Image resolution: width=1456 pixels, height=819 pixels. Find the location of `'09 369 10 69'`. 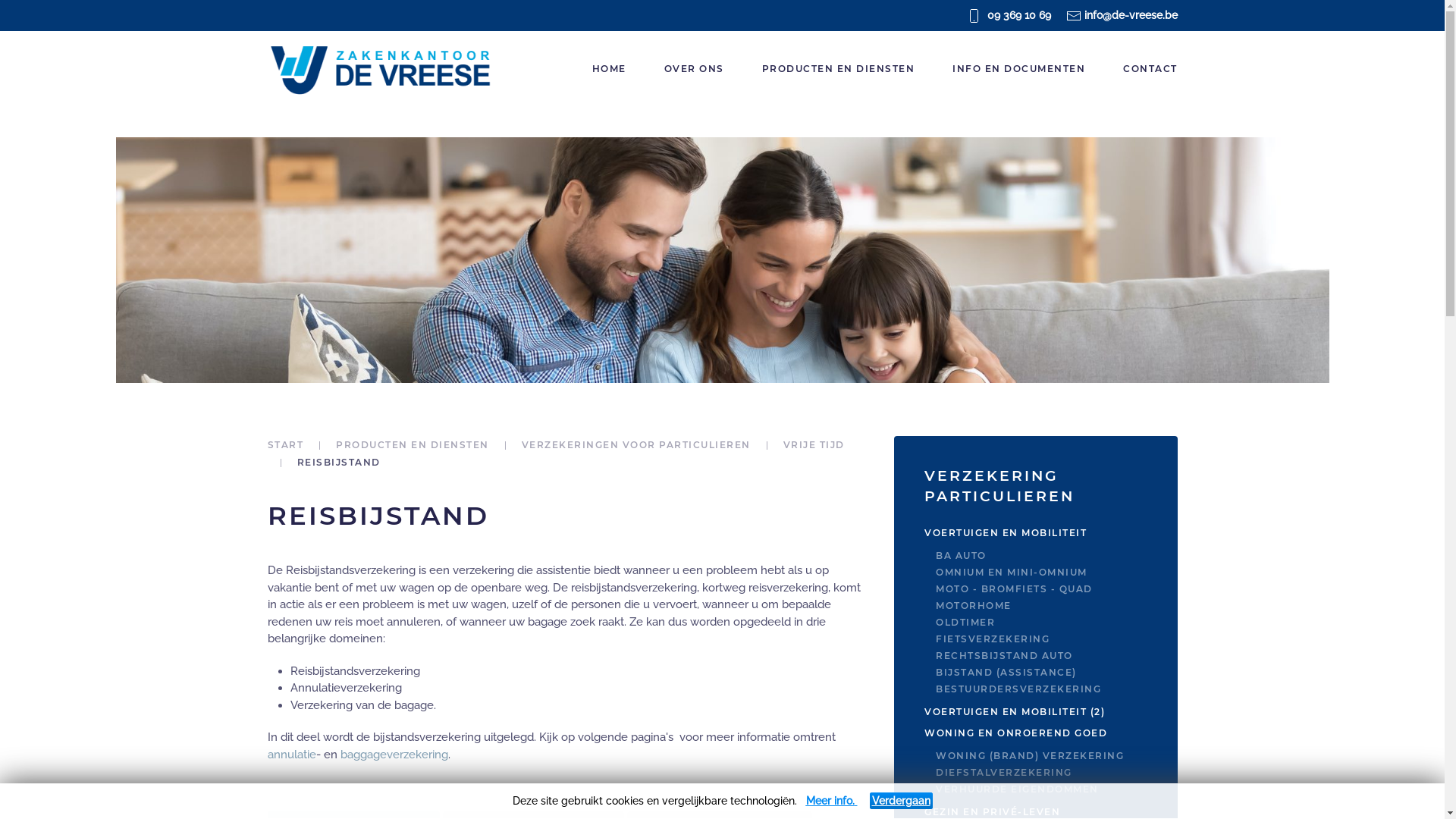

'09 369 10 69' is located at coordinates (1019, 14).